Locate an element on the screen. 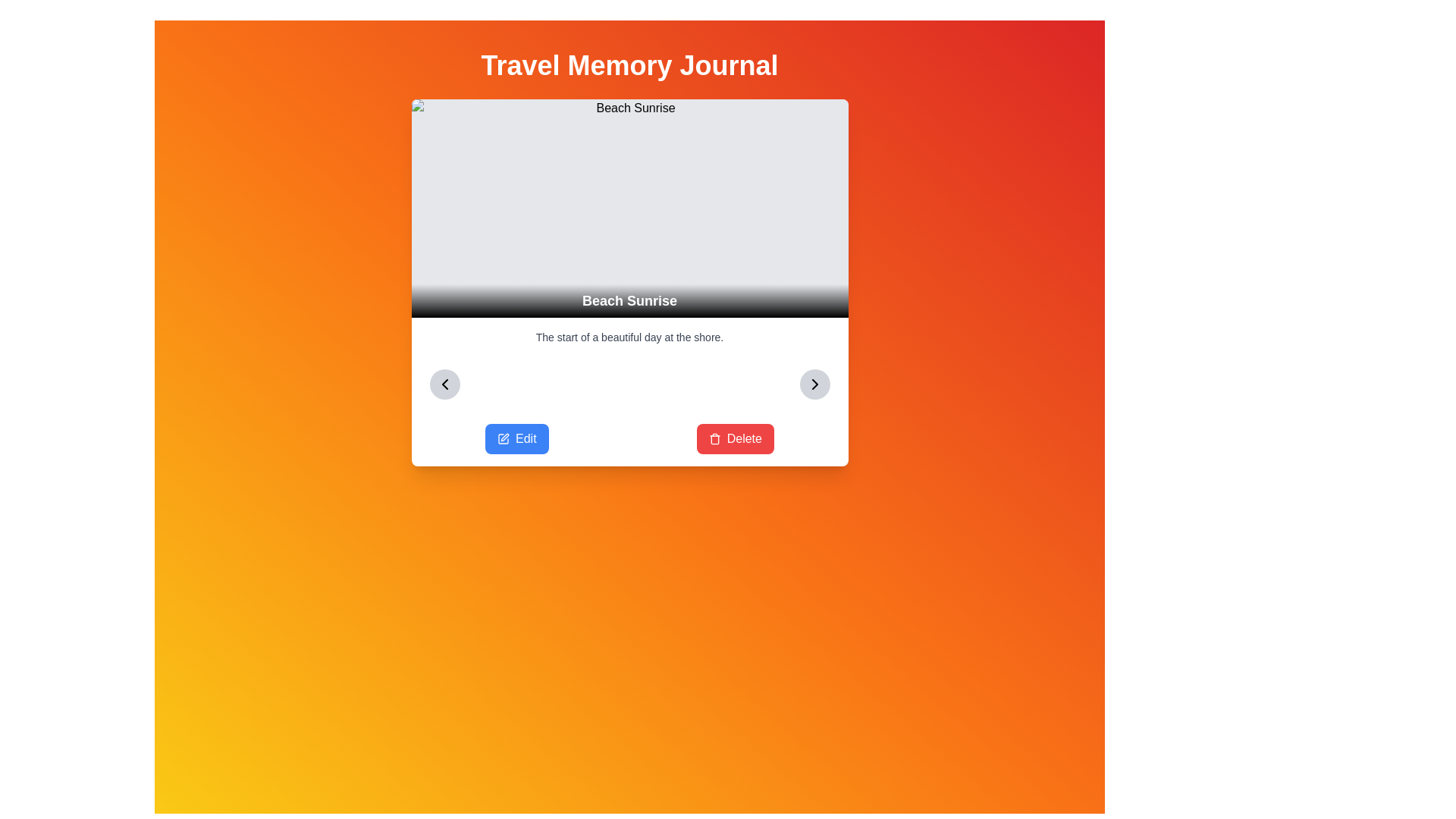  the delete button located at the bottom of the card, which is the second button from the left, to change its background color is located at coordinates (735, 438).